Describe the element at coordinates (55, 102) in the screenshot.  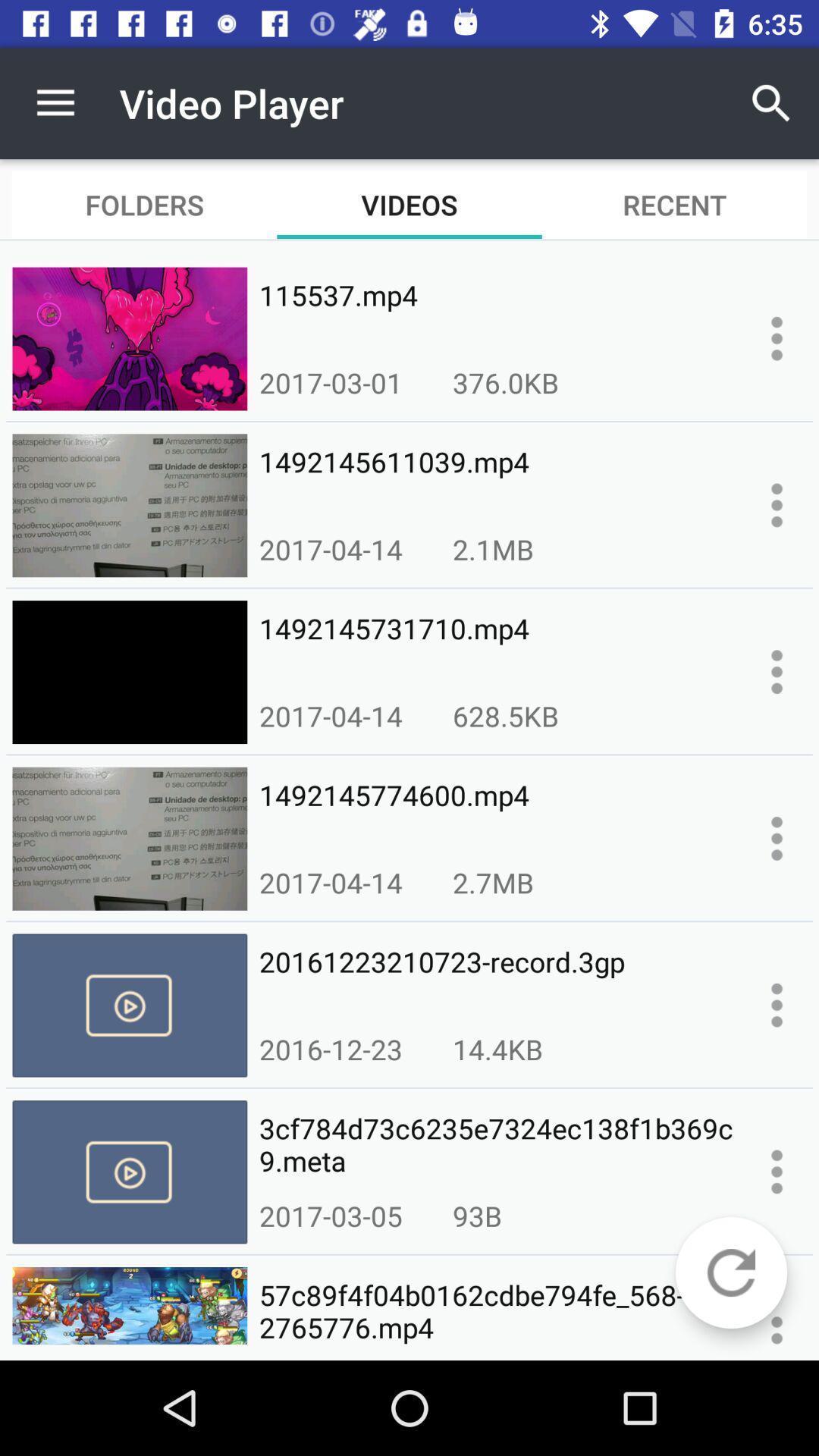
I see `icon to the left of video player item` at that location.